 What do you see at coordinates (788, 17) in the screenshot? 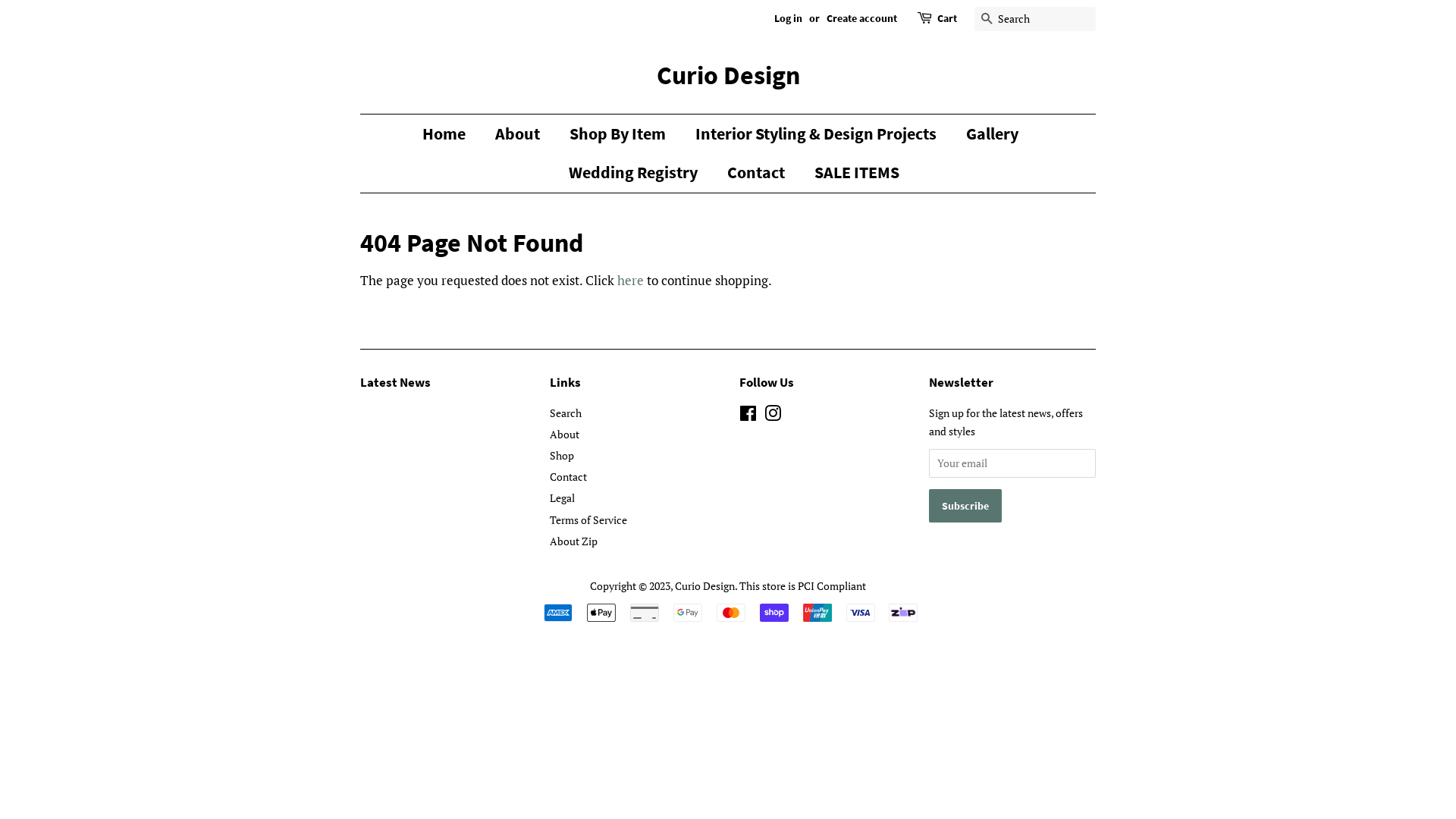
I see `'Log in'` at bounding box center [788, 17].